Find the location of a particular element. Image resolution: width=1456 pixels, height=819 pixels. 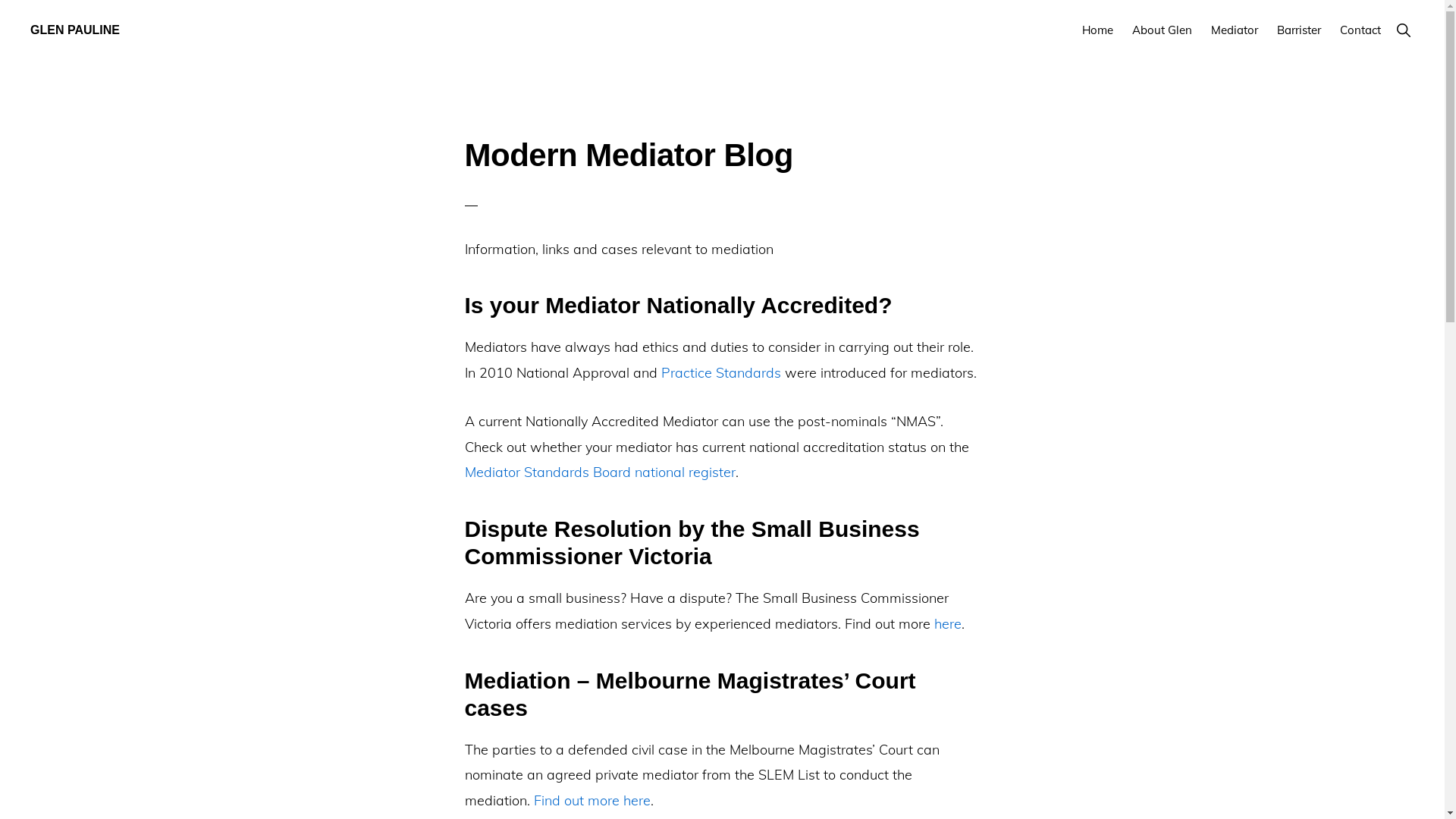

'About Glen' is located at coordinates (1161, 30).